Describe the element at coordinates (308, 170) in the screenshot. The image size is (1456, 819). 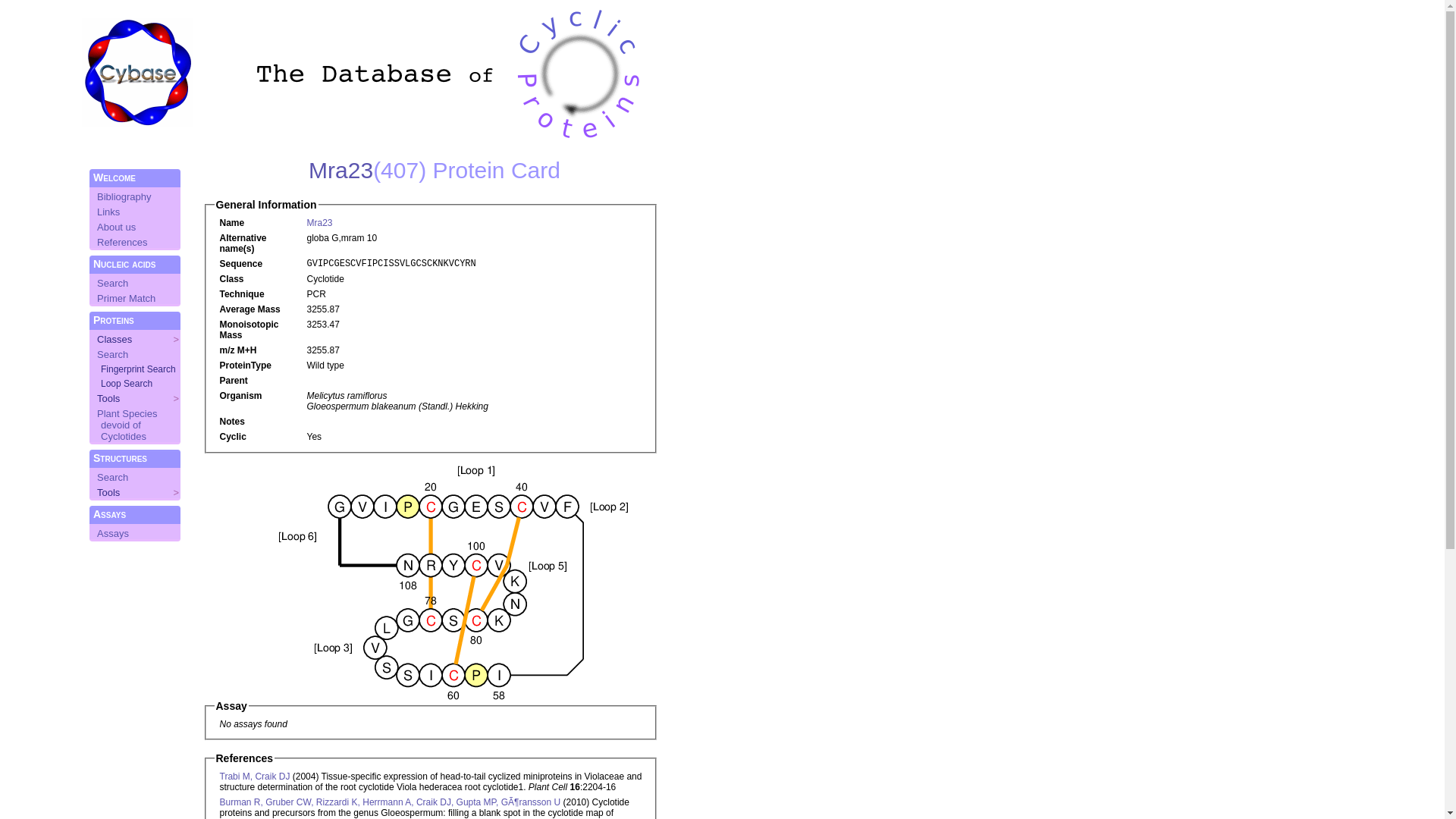
I see `'Mra23'` at that location.